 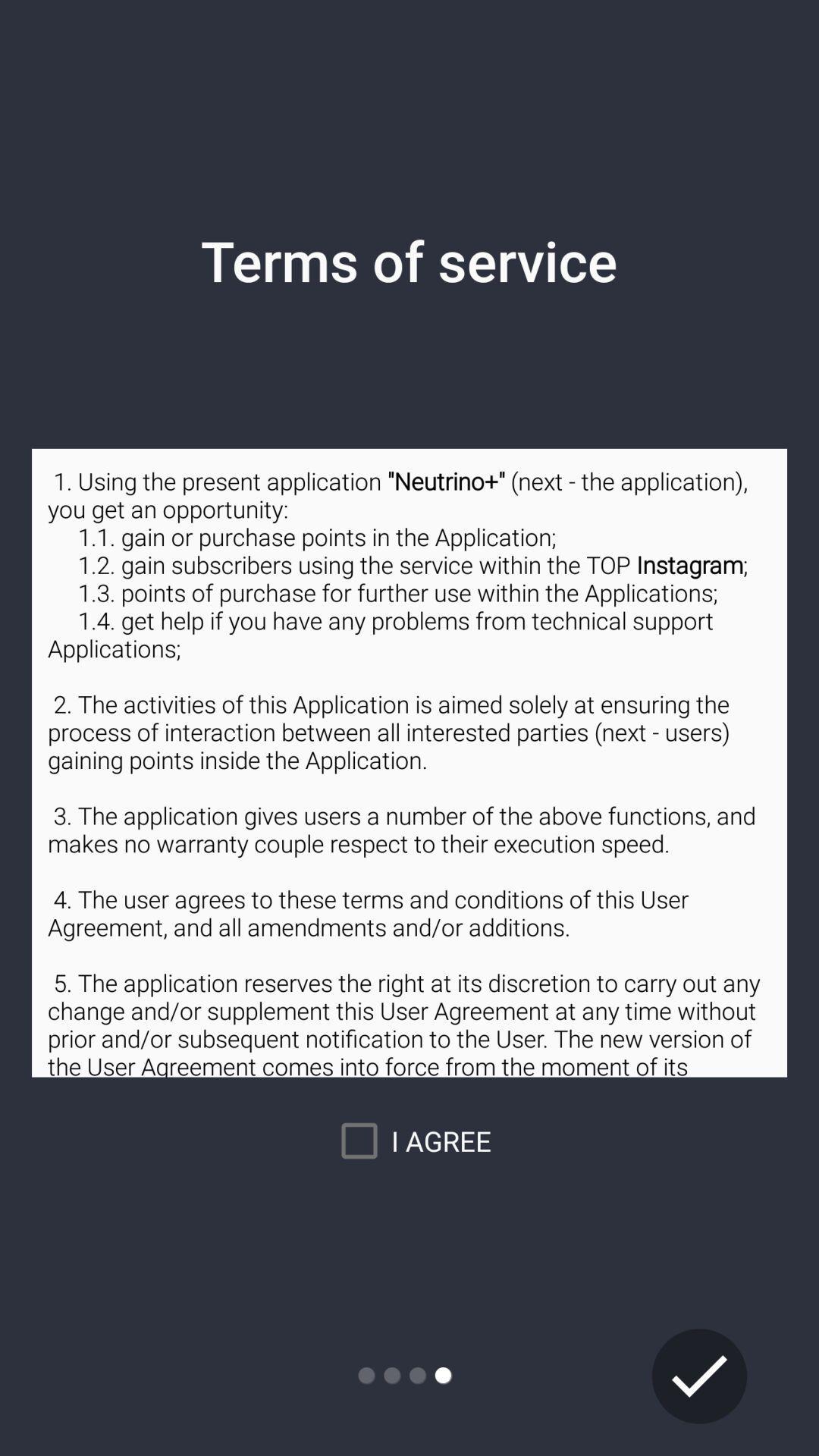 What do you see at coordinates (409, 1141) in the screenshot?
I see `the icon below 1 using the icon` at bounding box center [409, 1141].